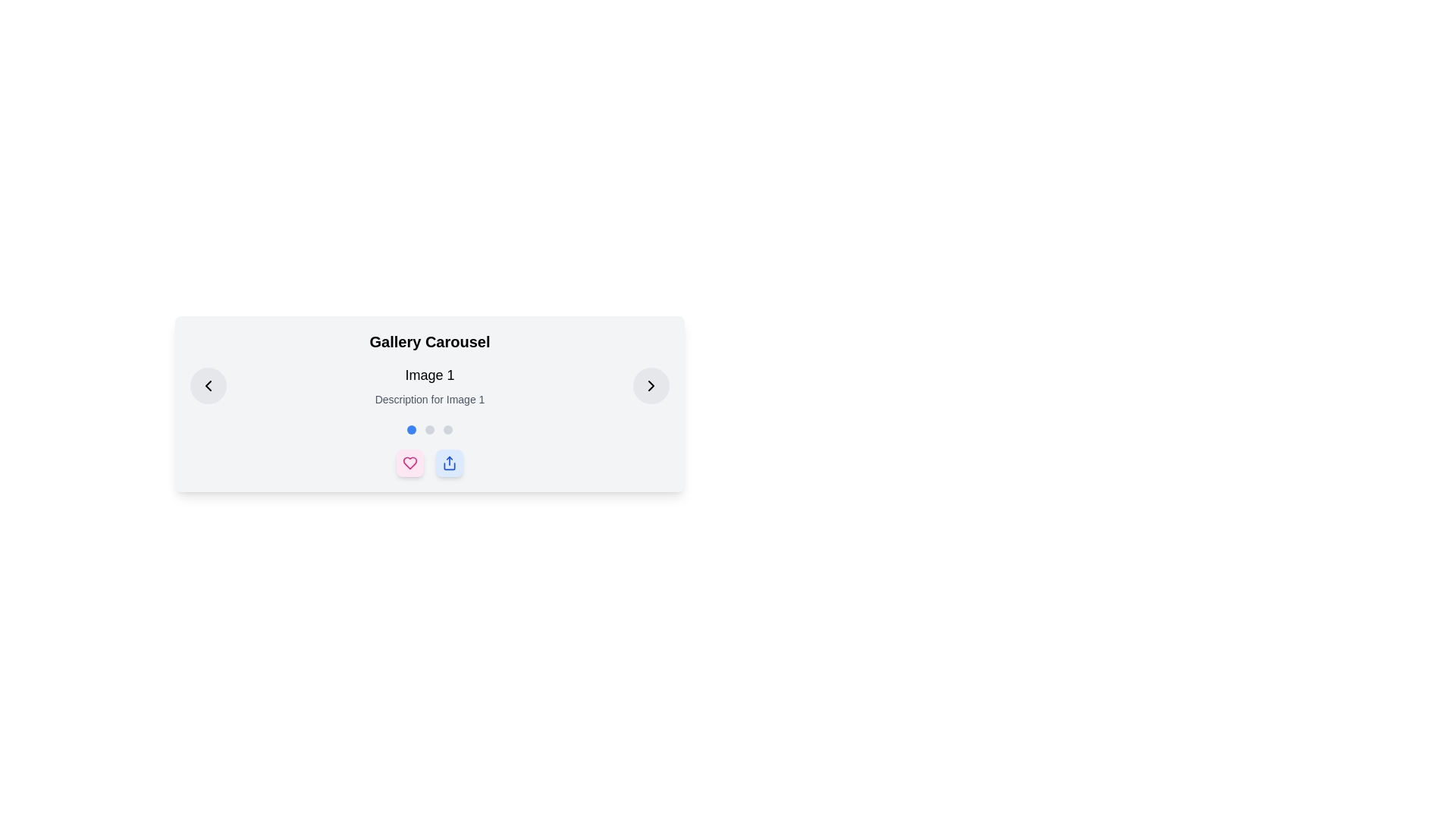 The height and width of the screenshot is (819, 1456). I want to click on the right-pointing chevron icon button located at the far-right end of the carousel interface, so click(651, 385).